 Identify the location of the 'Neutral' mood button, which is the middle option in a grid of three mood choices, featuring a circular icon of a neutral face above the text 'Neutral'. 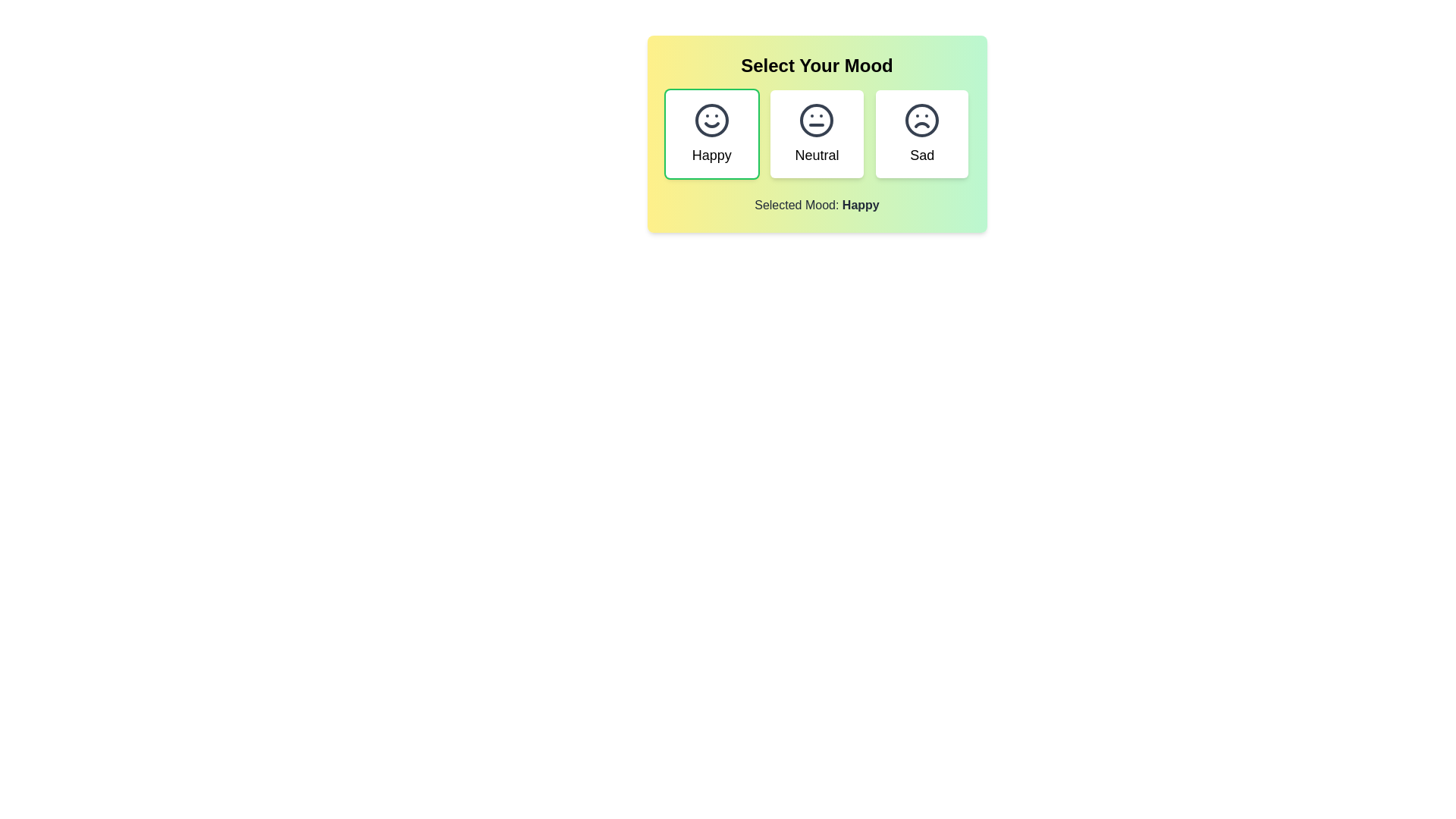
(816, 133).